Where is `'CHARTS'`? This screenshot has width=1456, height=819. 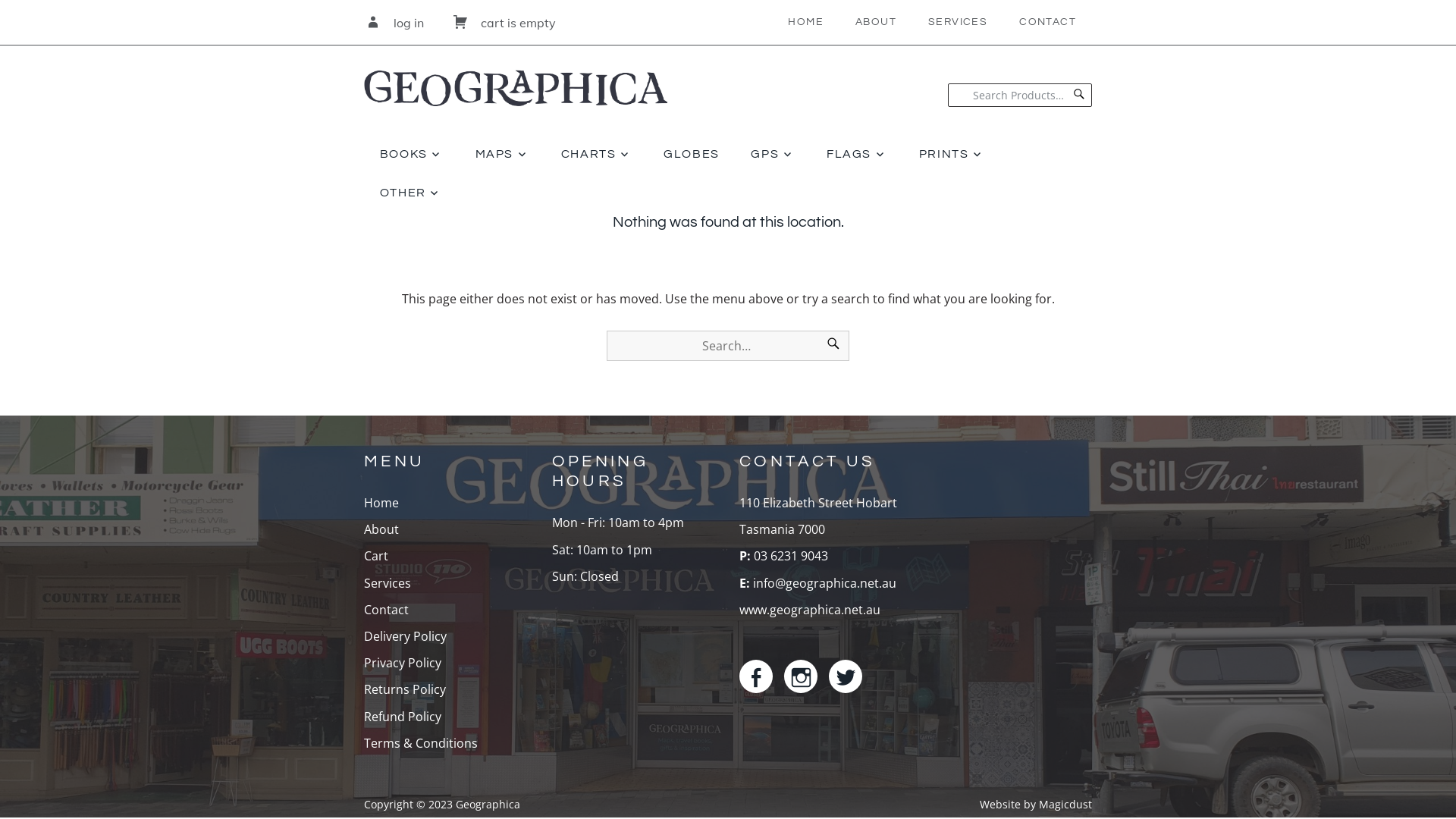
'CHARTS' is located at coordinates (545, 154).